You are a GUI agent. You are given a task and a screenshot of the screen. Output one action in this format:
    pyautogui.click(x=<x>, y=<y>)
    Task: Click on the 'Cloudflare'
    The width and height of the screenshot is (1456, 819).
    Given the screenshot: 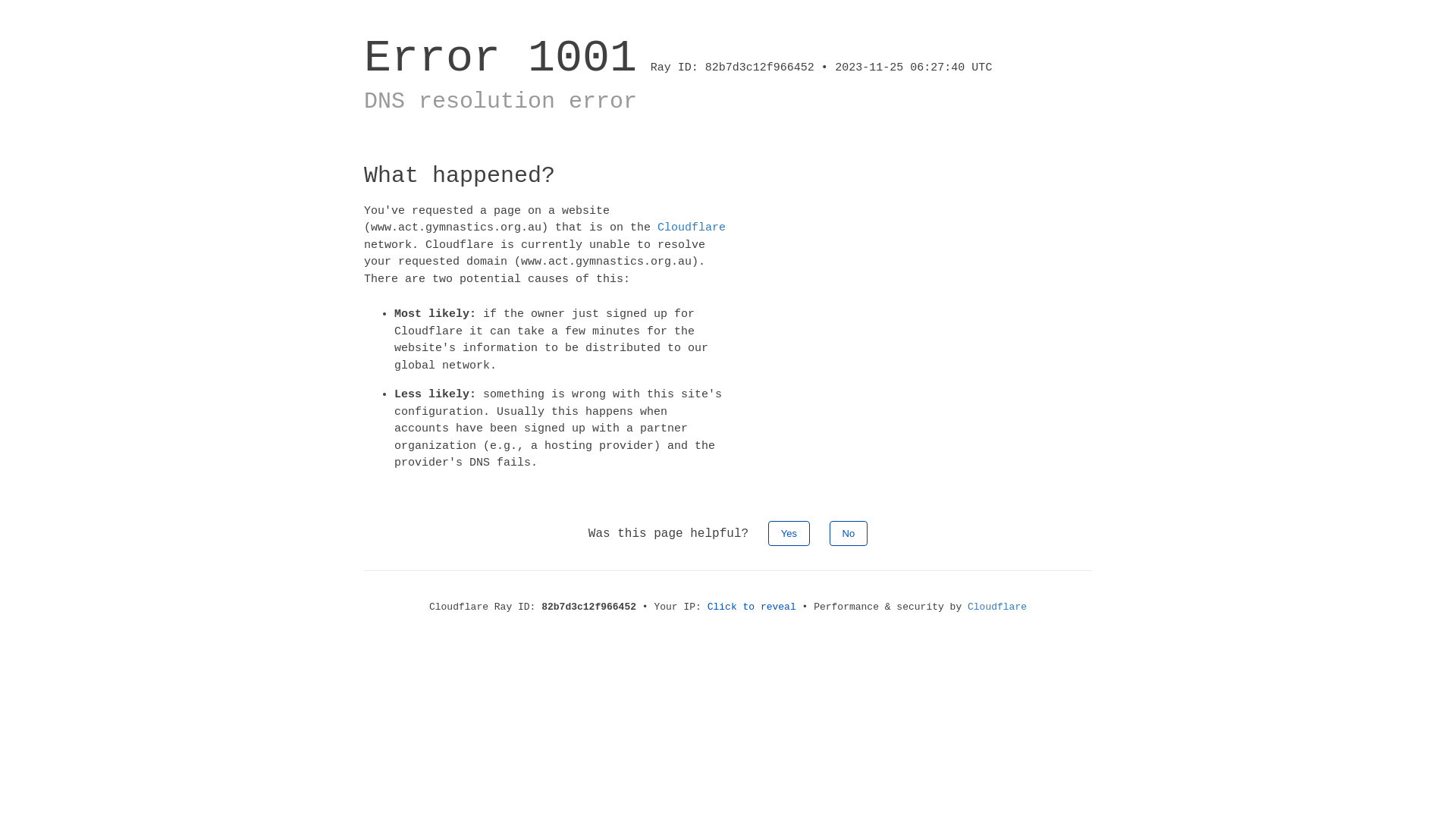 What is the action you would take?
    pyautogui.click(x=691, y=227)
    